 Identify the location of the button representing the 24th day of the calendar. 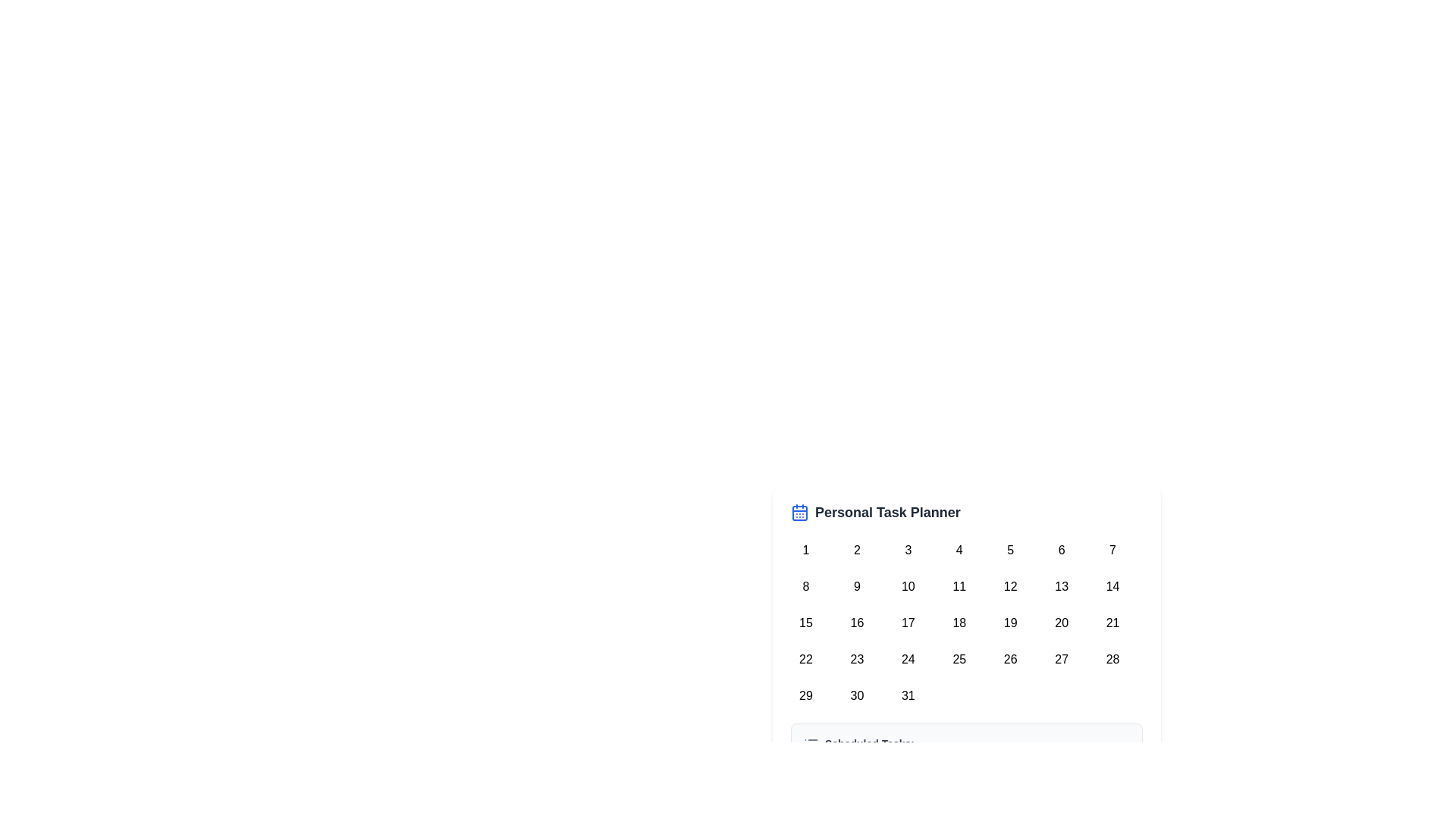
(908, 659).